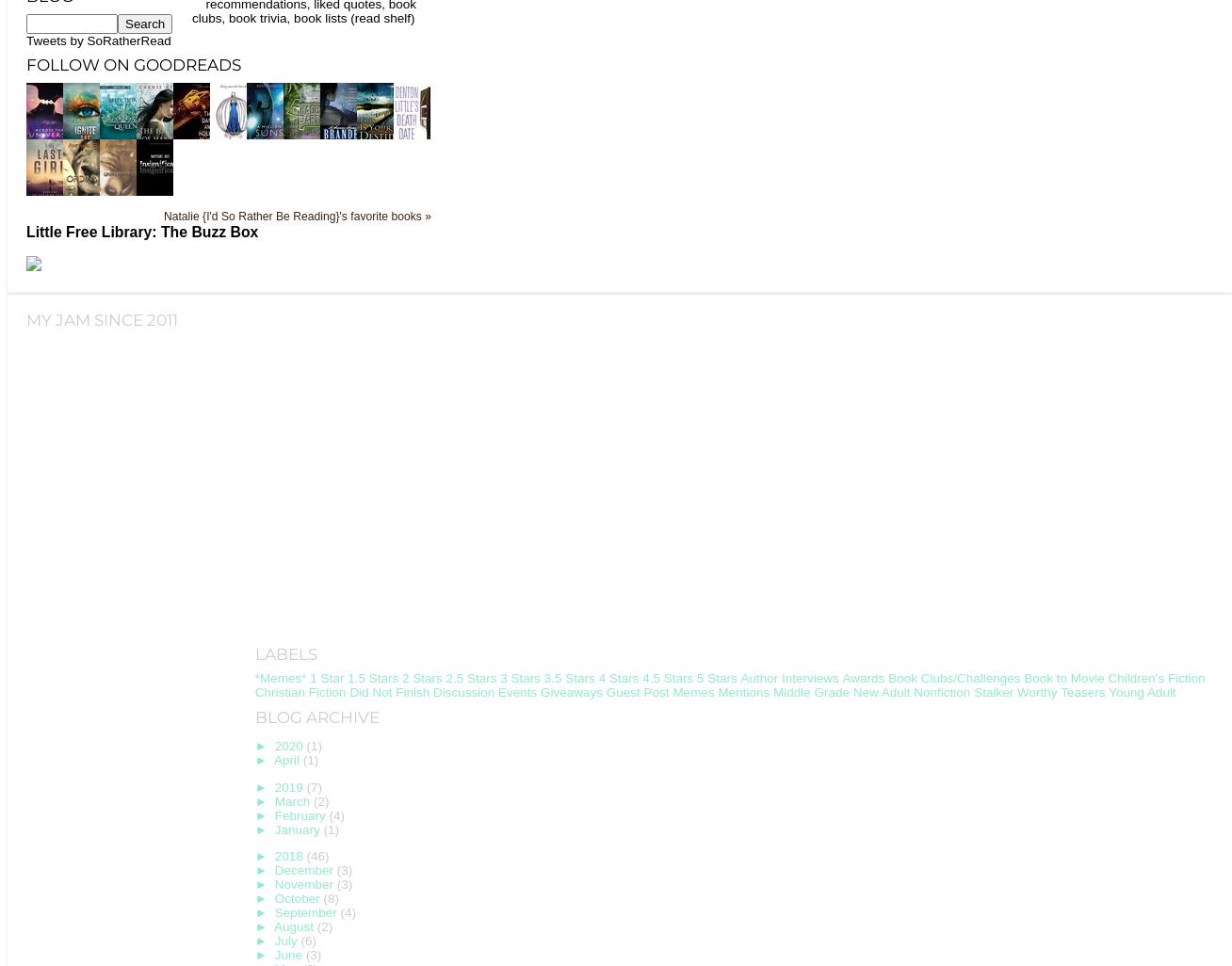  What do you see at coordinates (286, 940) in the screenshot?
I see `'July'` at bounding box center [286, 940].